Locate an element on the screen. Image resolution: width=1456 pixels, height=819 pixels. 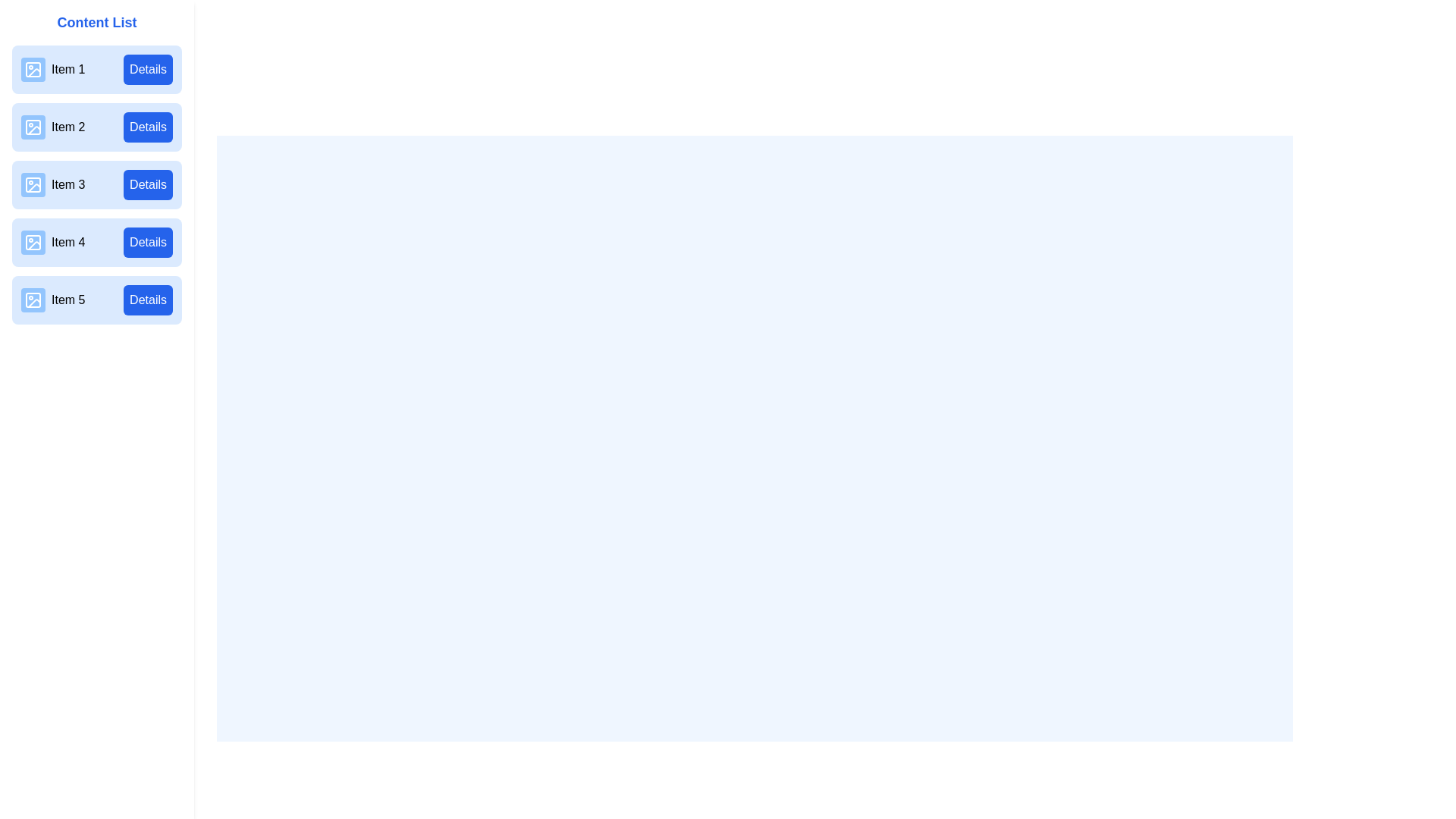
the text label that serves as a descriptor for the fourth row entry in a vertical list, located between an icon and a 'Details' button is located at coordinates (53, 242).